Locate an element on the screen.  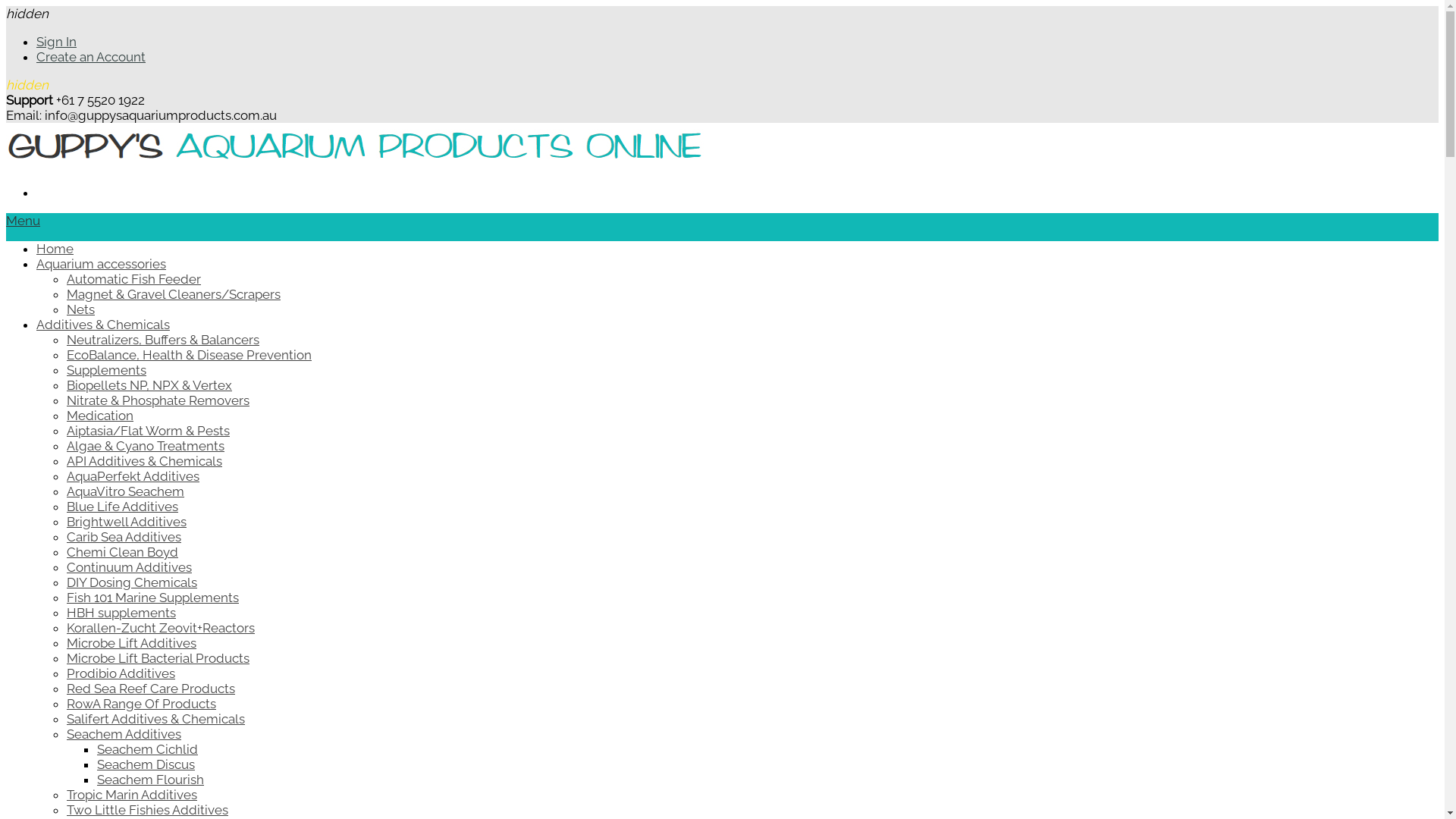
'Carib Sea Additives' is located at coordinates (124, 536).